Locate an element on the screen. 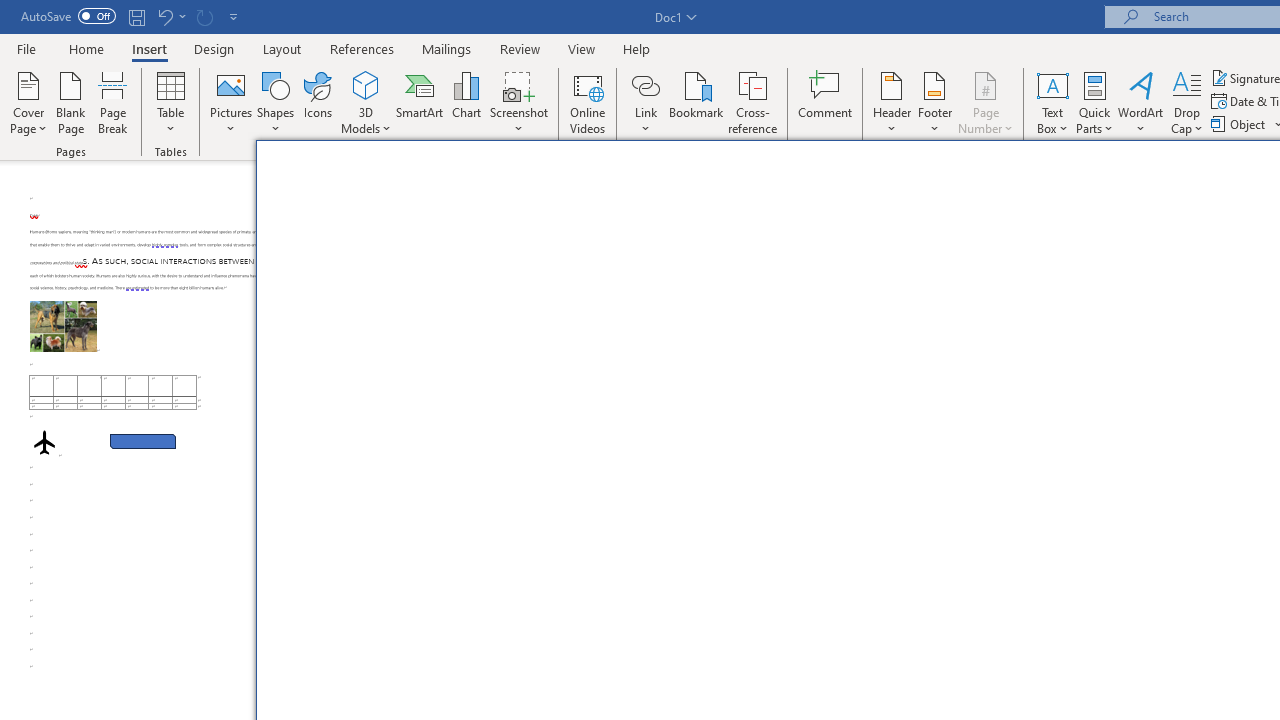 The height and width of the screenshot is (720, 1280). 'Cover Page' is located at coordinates (28, 103).